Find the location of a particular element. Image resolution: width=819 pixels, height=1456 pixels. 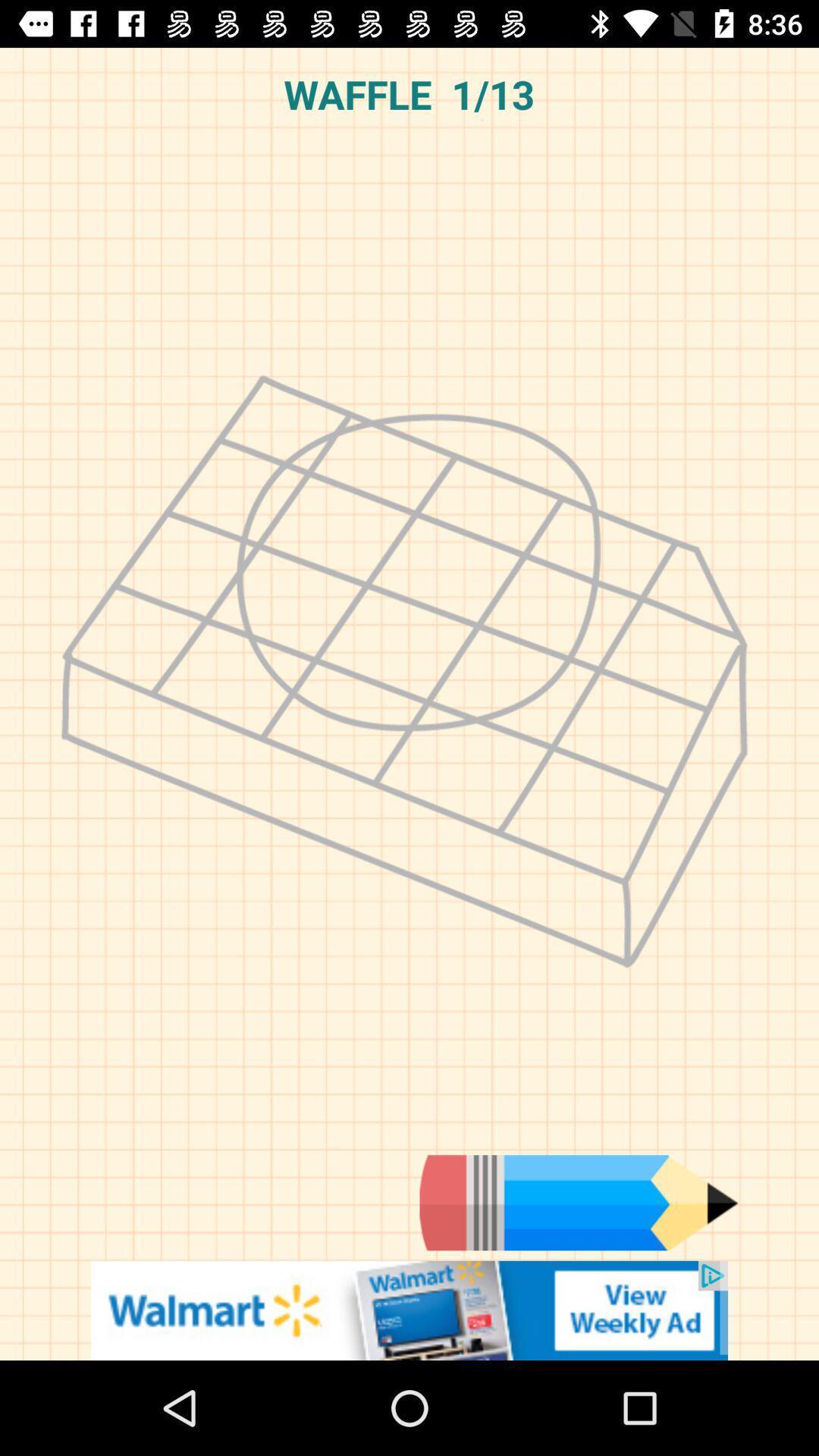

icone is located at coordinates (409, 1310).